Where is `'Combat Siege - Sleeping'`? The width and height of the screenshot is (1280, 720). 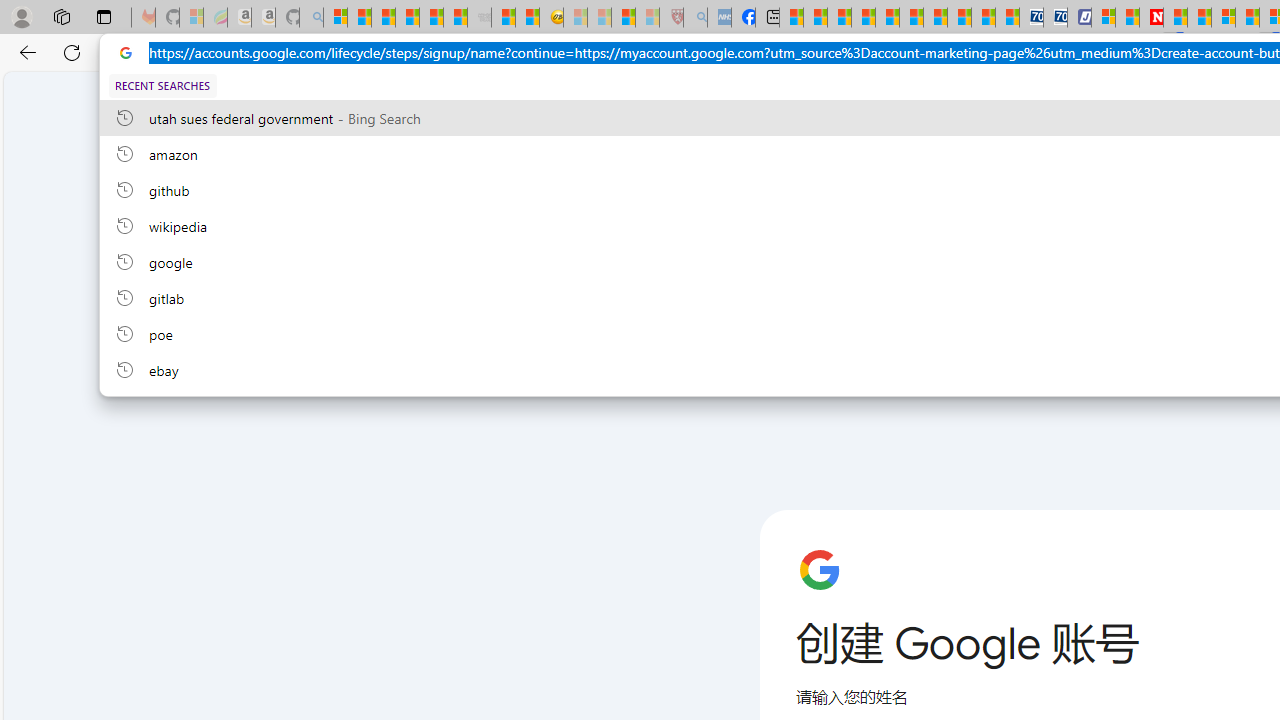
'Combat Siege - Sleeping' is located at coordinates (480, 17).